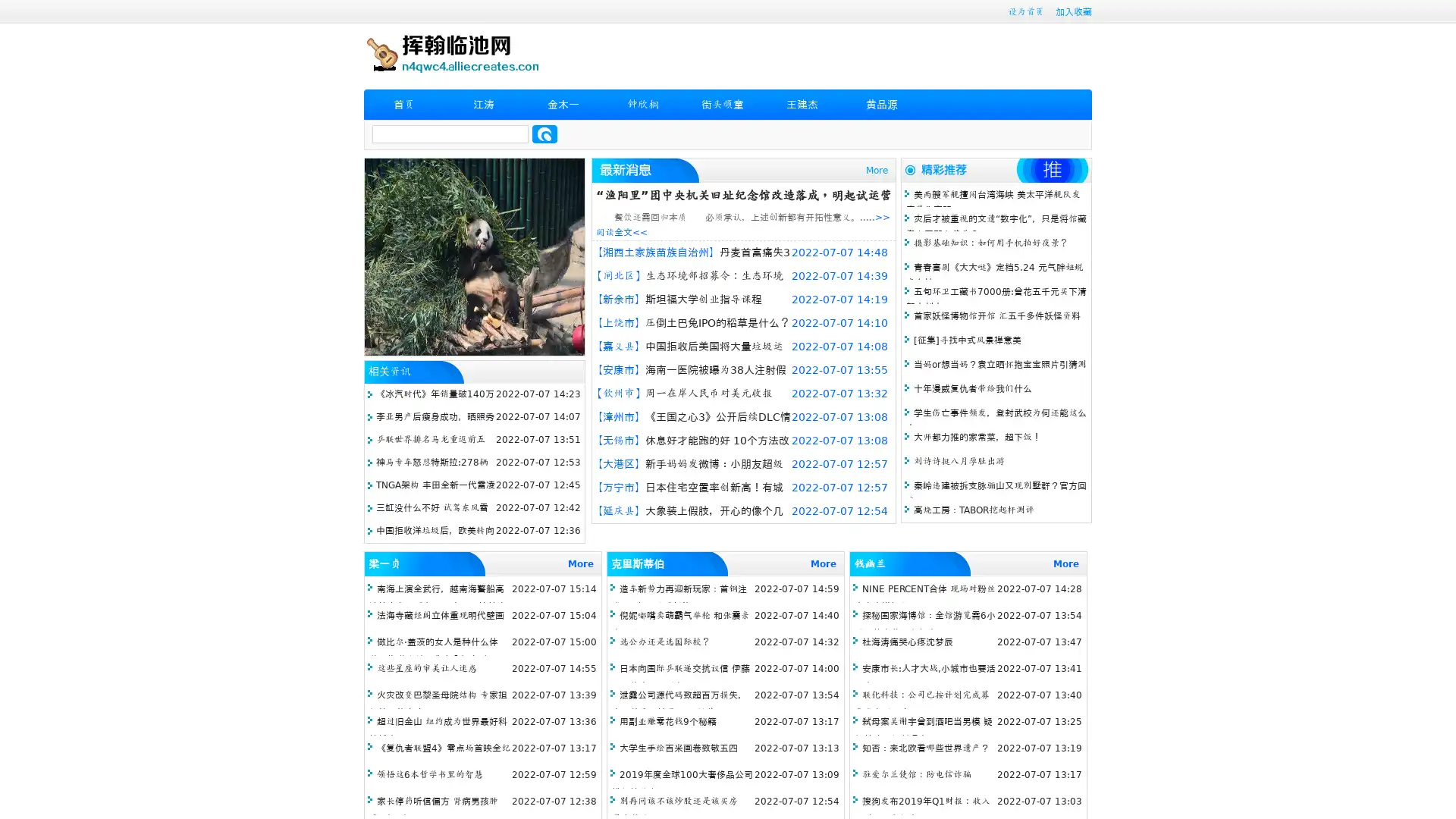  What do you see at coordinates (544, 133) in the screenshot?
I see `Search` at bounding box center [544, 133].